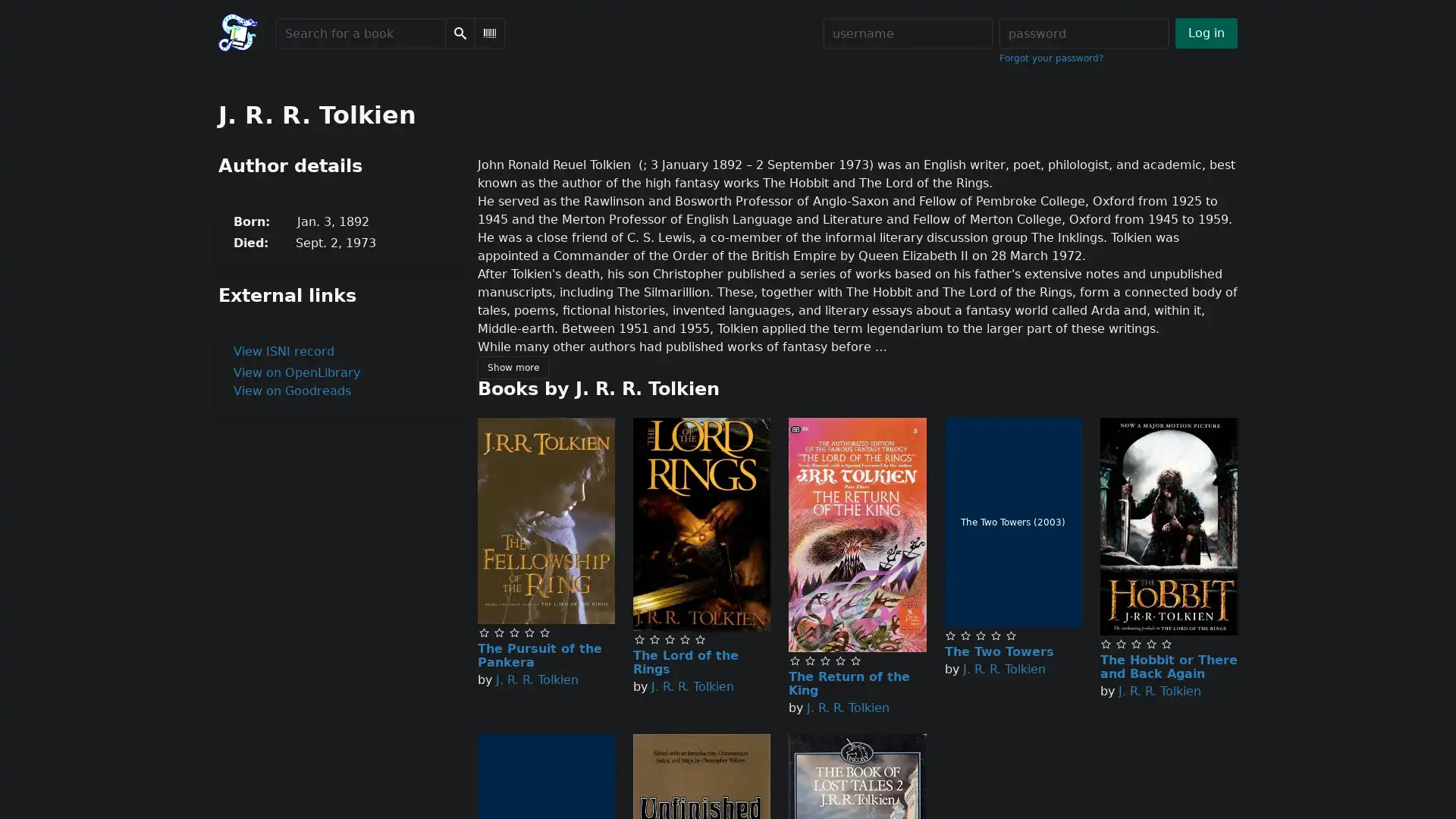 The height and width of the screenshot is (819, 1456). What do you see at coordinates (513, 368) in the screenshot?
I see `Show more` at bounding box center [513, 368].